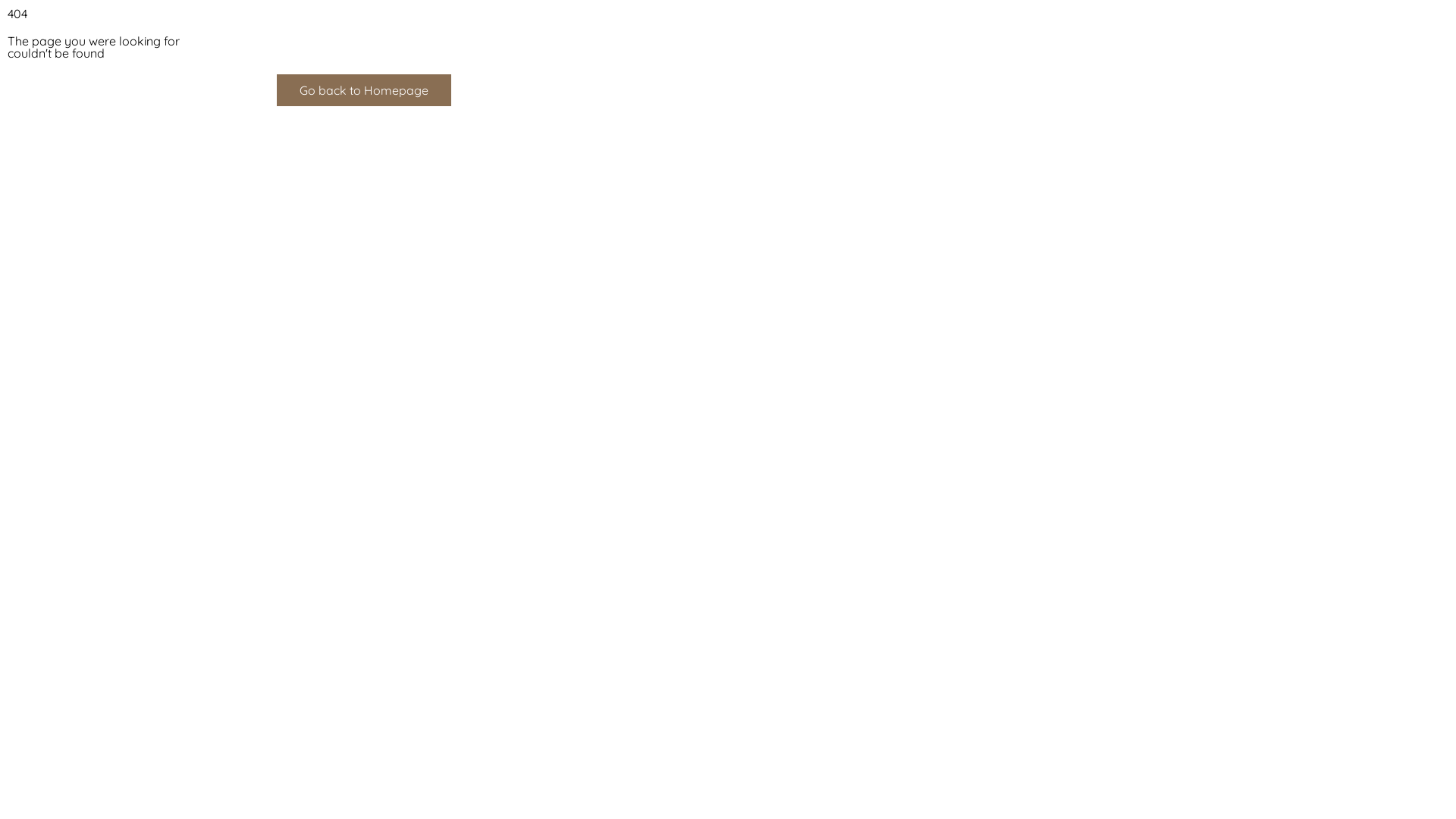 The width and height of the screenshot is (1456, 819). Describe the element at coordinates (364, 90) in the screenshot. I see `'Go back to Homepage'` at that location.